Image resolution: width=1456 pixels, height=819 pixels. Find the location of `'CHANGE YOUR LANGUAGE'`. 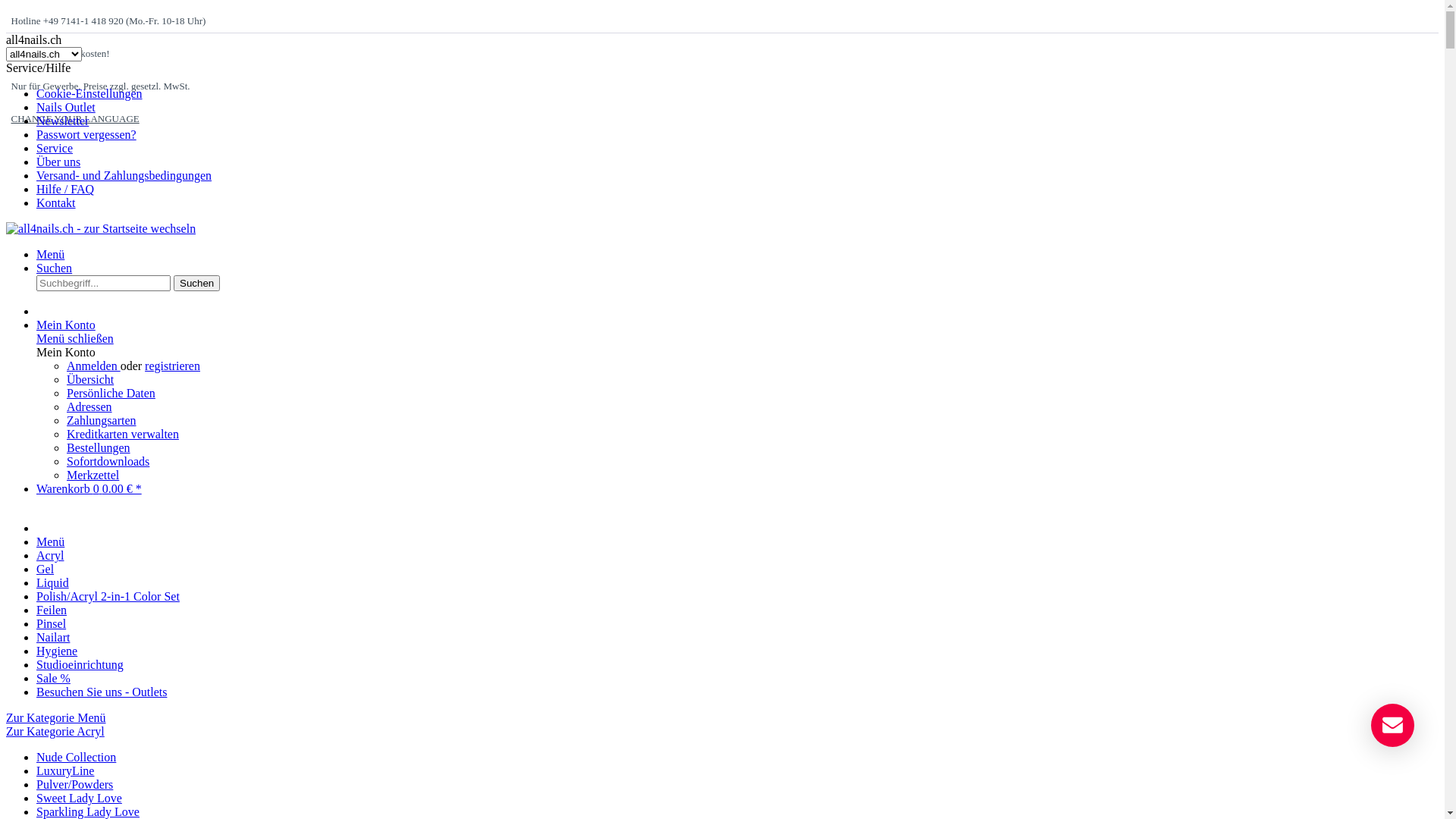

'CHANGE YOUR LANGUAGE' is located at coordinates (74, 118).